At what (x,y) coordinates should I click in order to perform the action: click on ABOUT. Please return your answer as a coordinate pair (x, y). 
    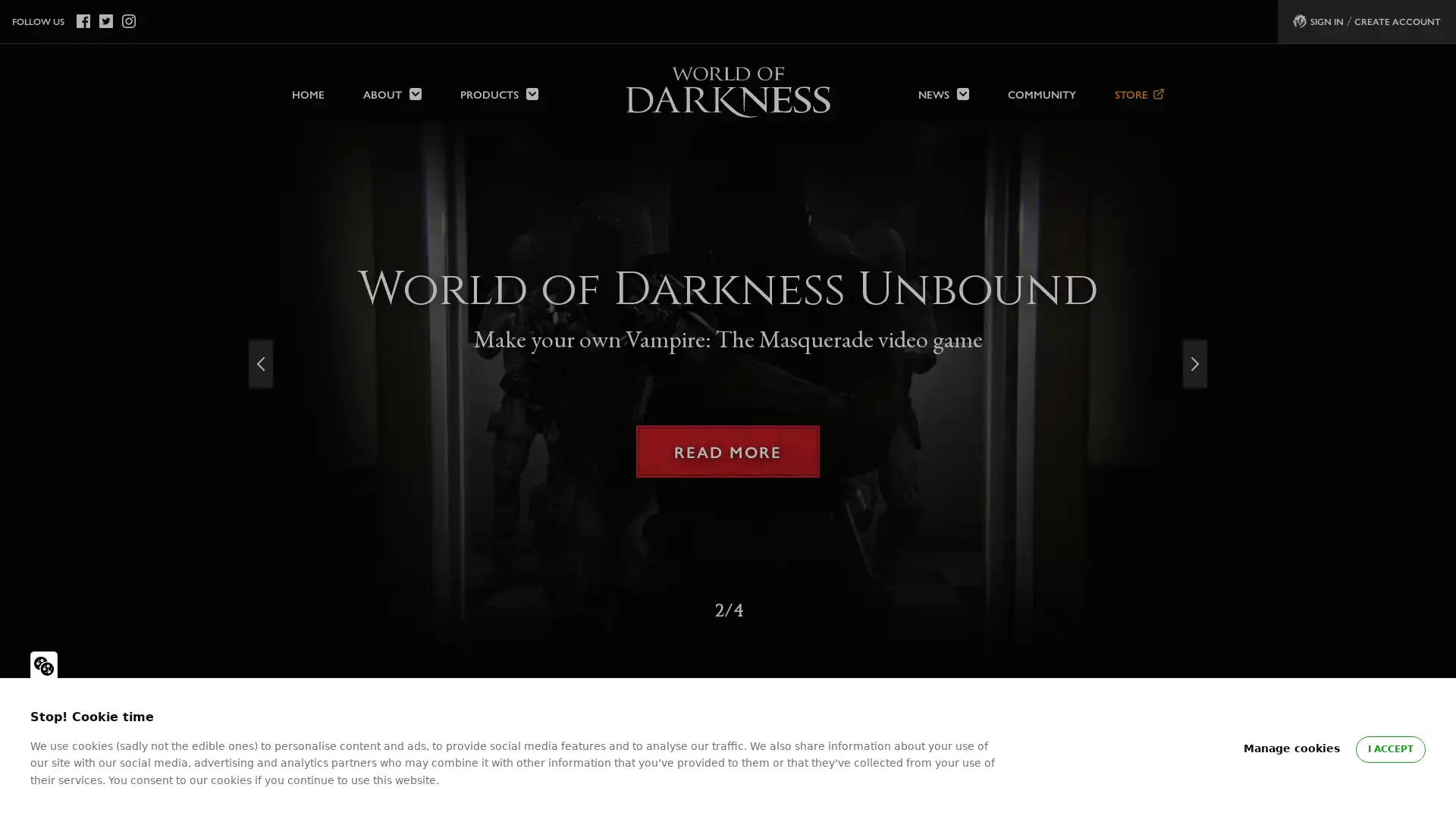
    Looking at the image, I should click on (391, 85).